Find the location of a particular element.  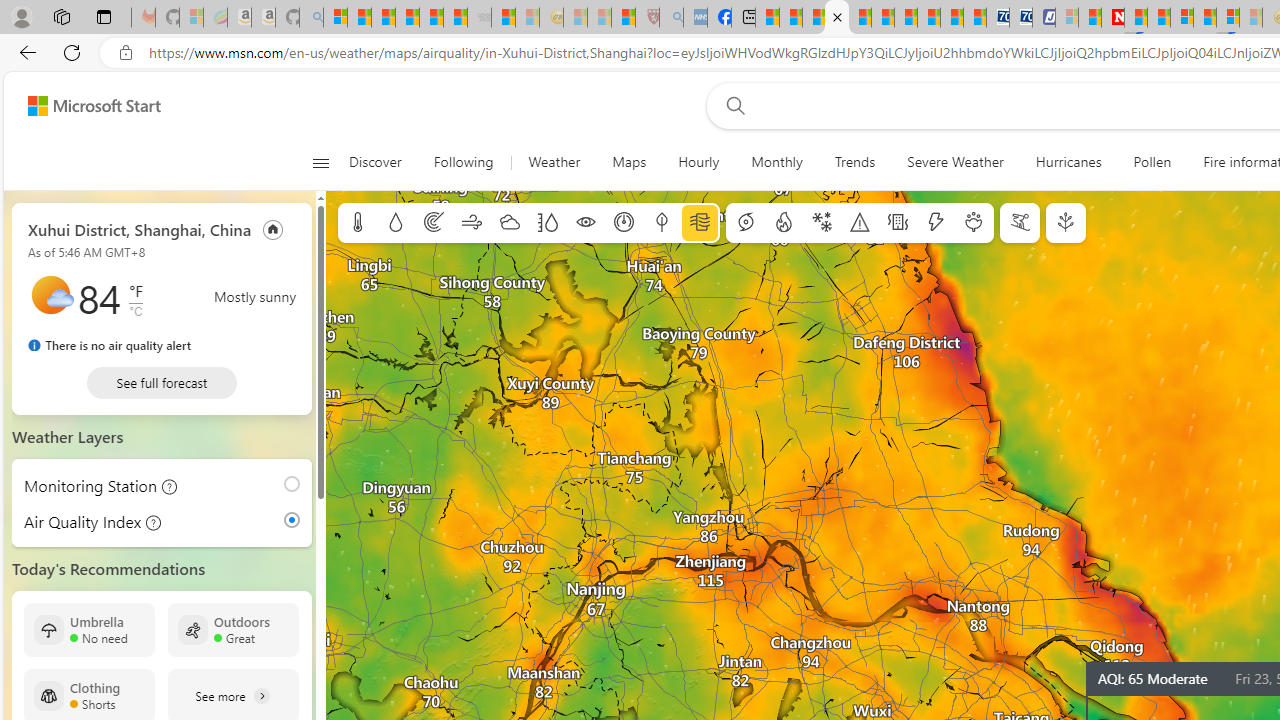

'Temperature' is located at coordinates (358, 223).